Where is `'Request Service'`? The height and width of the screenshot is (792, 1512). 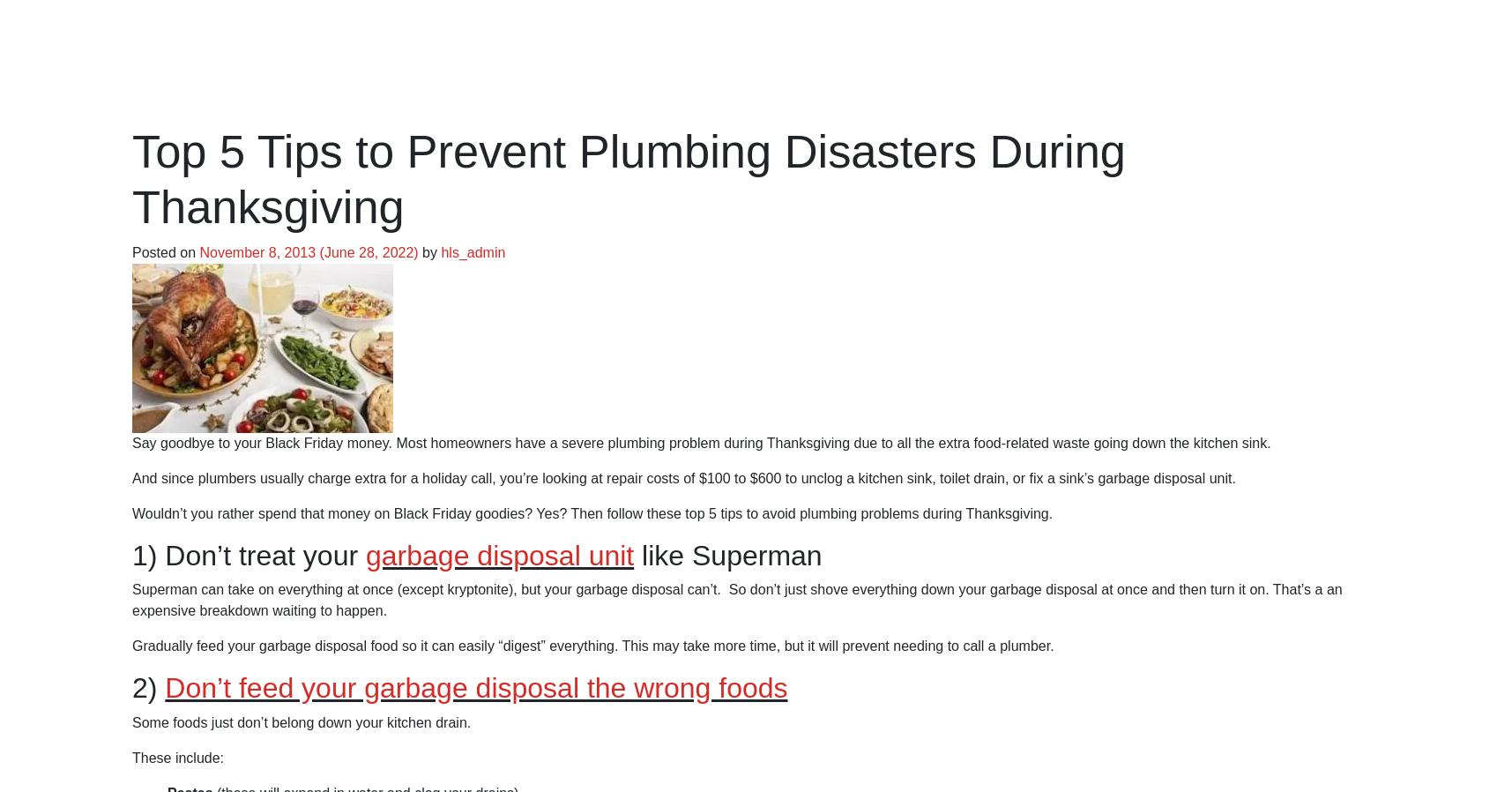
'Request Service' is located at coordinates (1250, 86).